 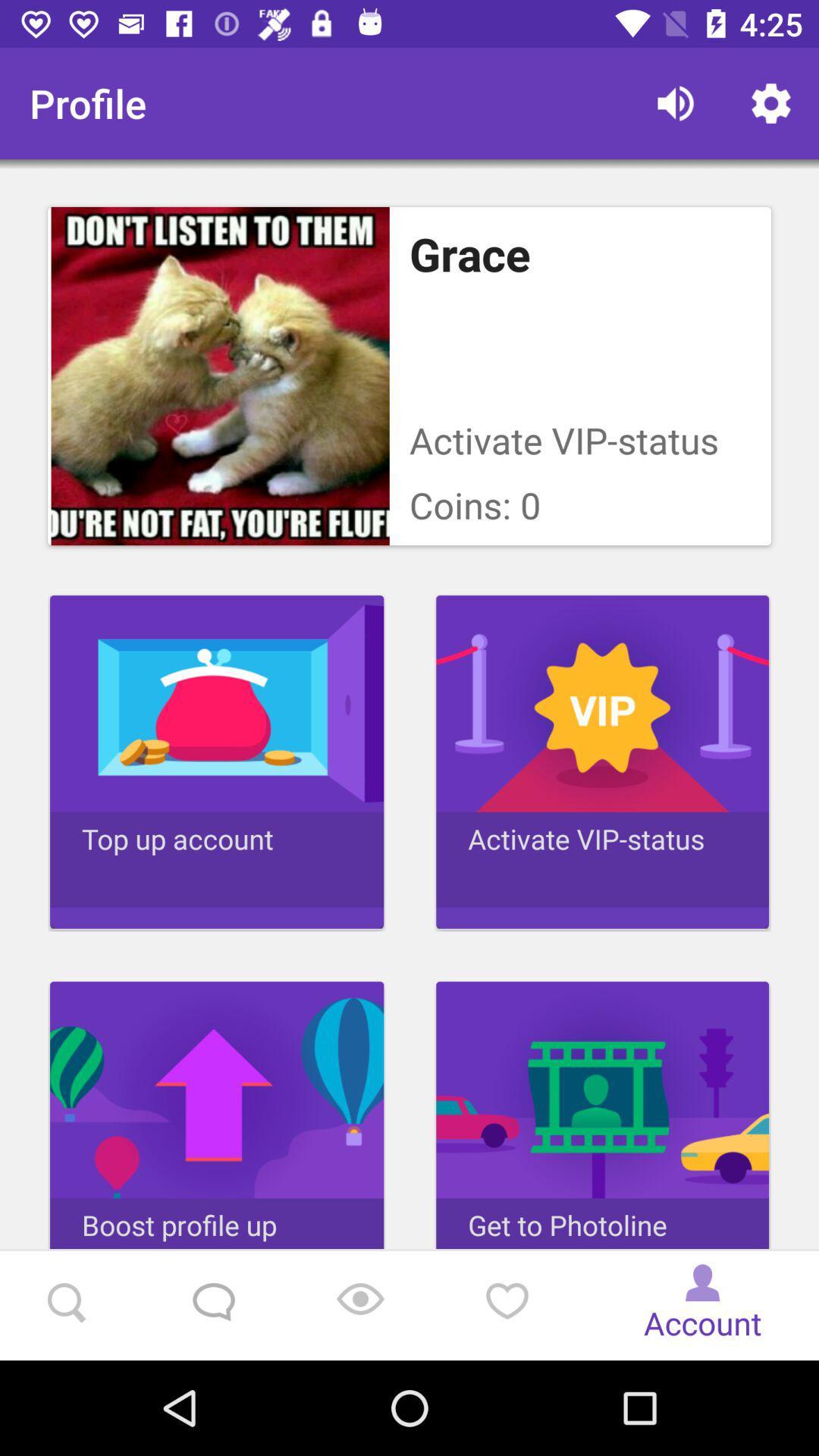 I want to click on the icon next to profile icon, so click(x=675, y=102).